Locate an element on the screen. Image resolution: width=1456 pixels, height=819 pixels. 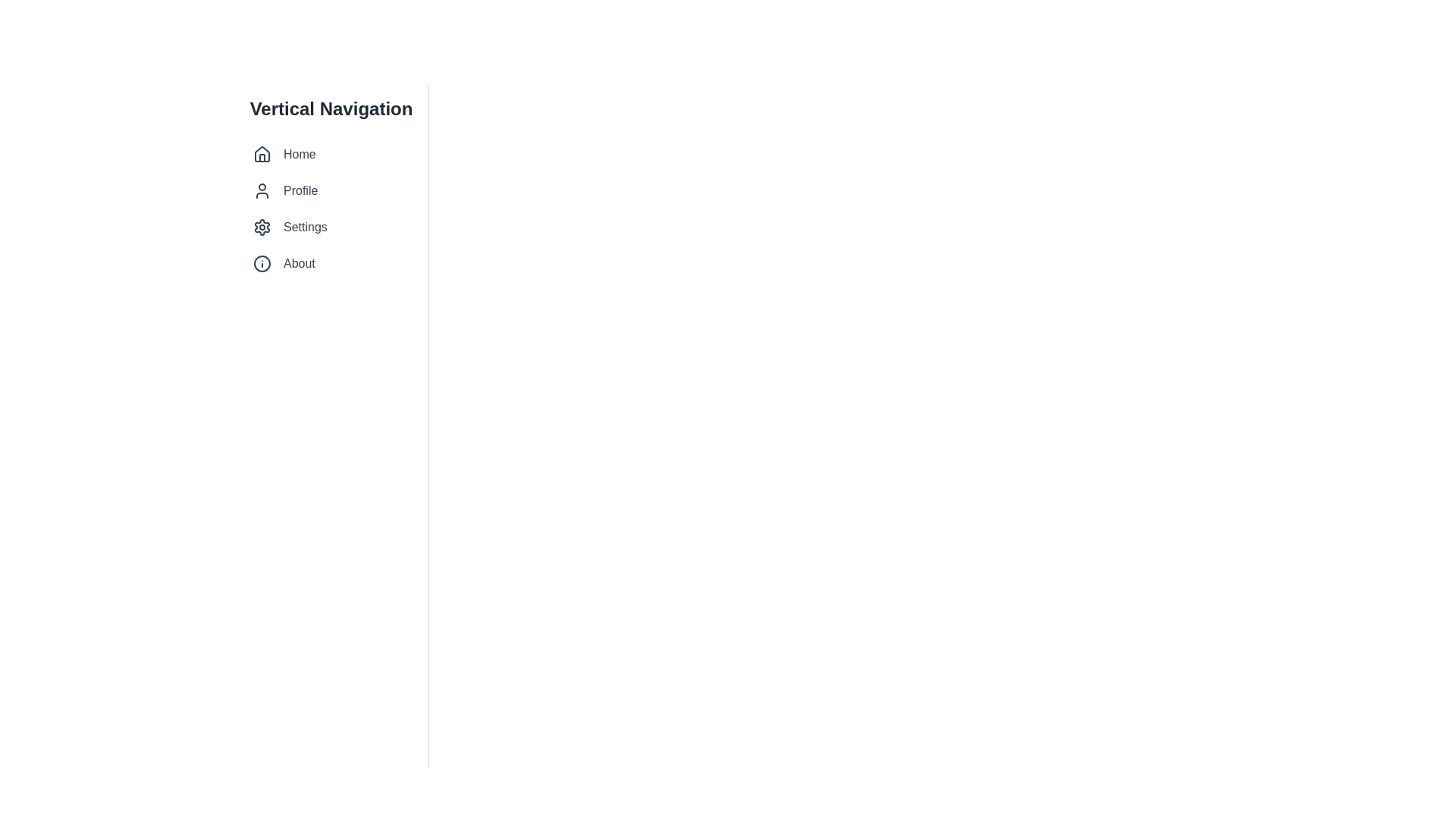
the 'Settings' button, which is the third item in the vertical navigation menu is located at coordinates (330, 227).